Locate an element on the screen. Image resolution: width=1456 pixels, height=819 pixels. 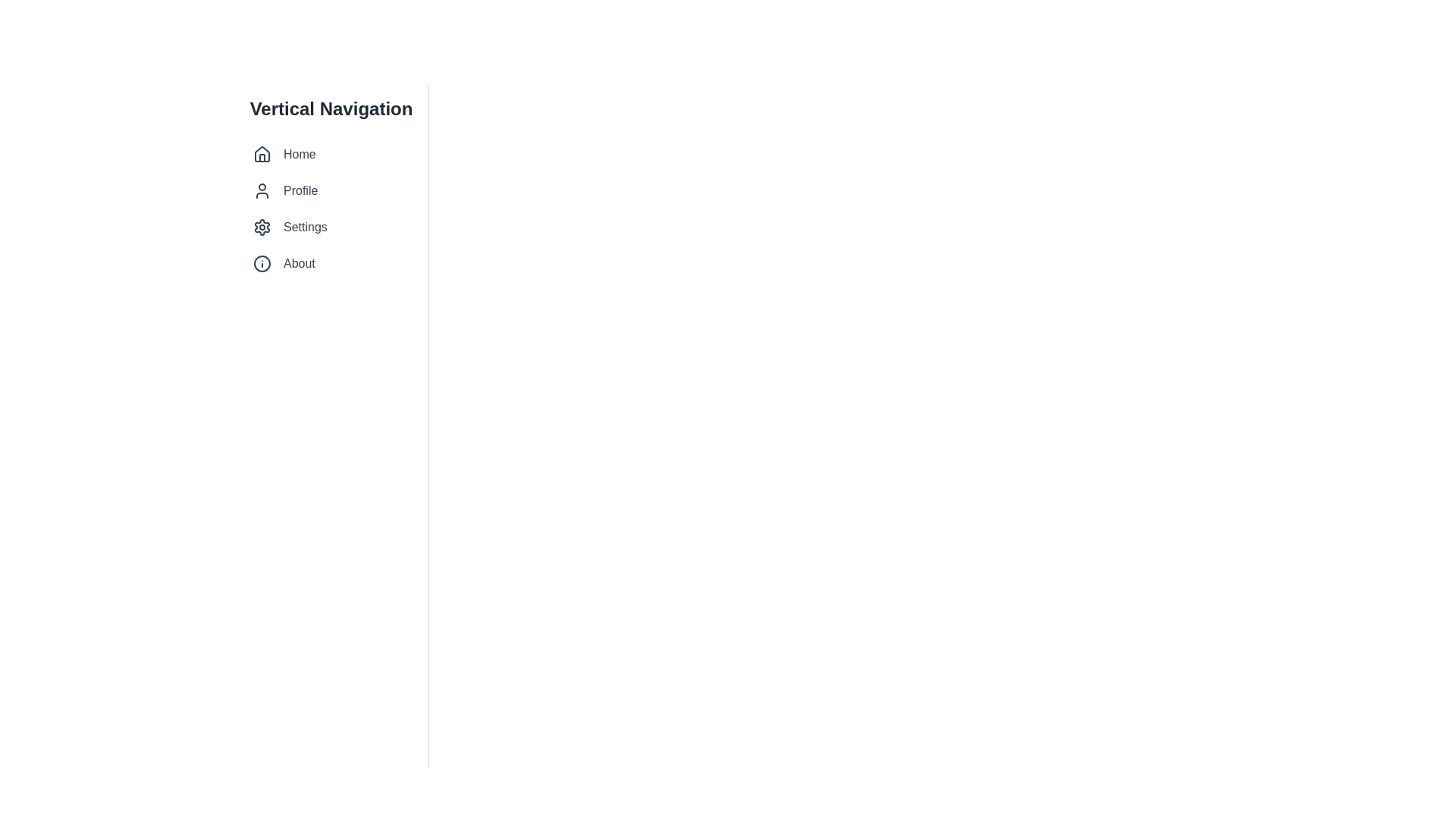
the 'Settings' button, which is the third item in the vertical navigation menu is located at coordinates (330, 227).